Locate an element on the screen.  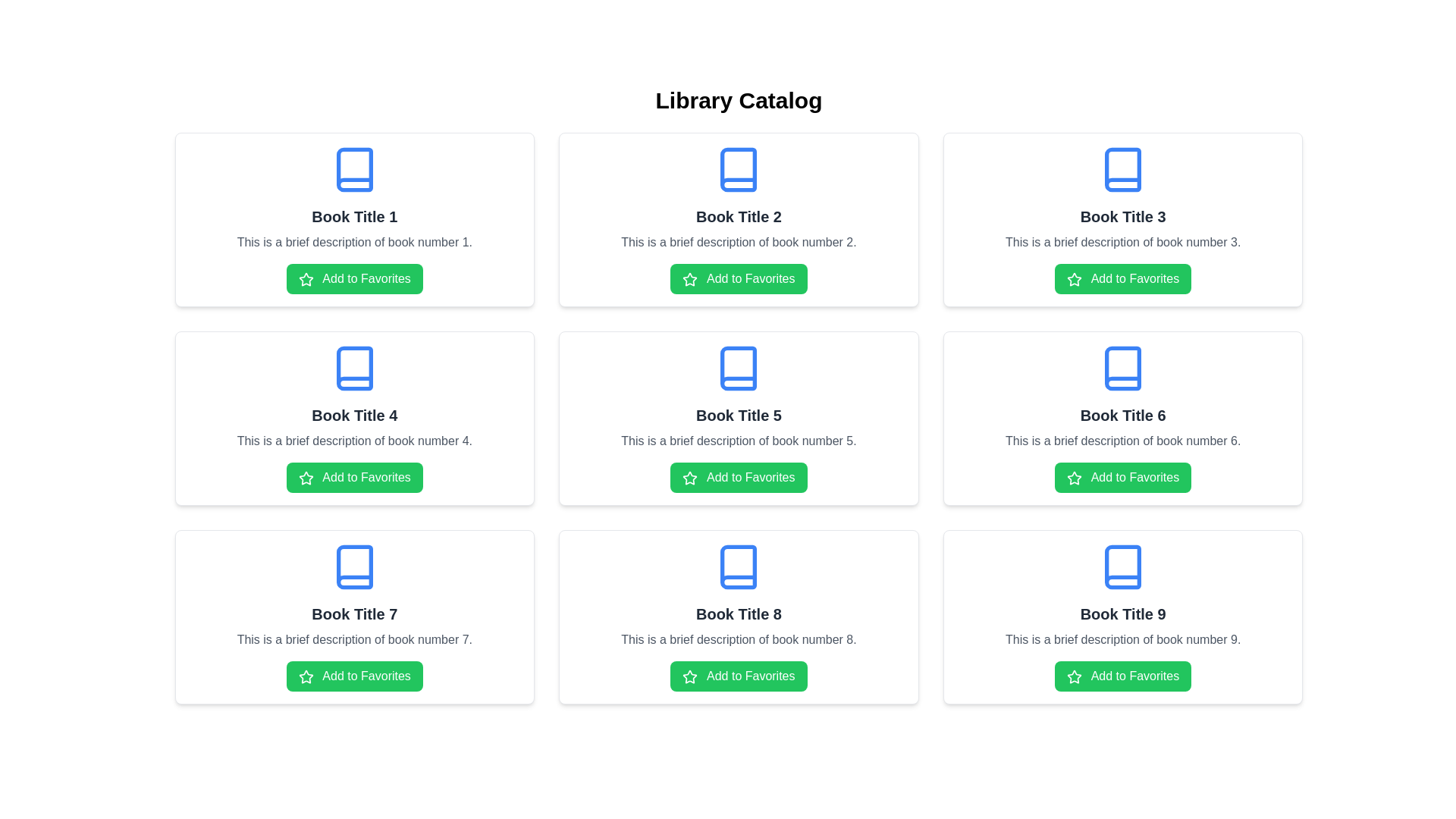
the blue book icon located at the top of the card labeled 'Book Title 6' is located at coordinates (1123, 369).